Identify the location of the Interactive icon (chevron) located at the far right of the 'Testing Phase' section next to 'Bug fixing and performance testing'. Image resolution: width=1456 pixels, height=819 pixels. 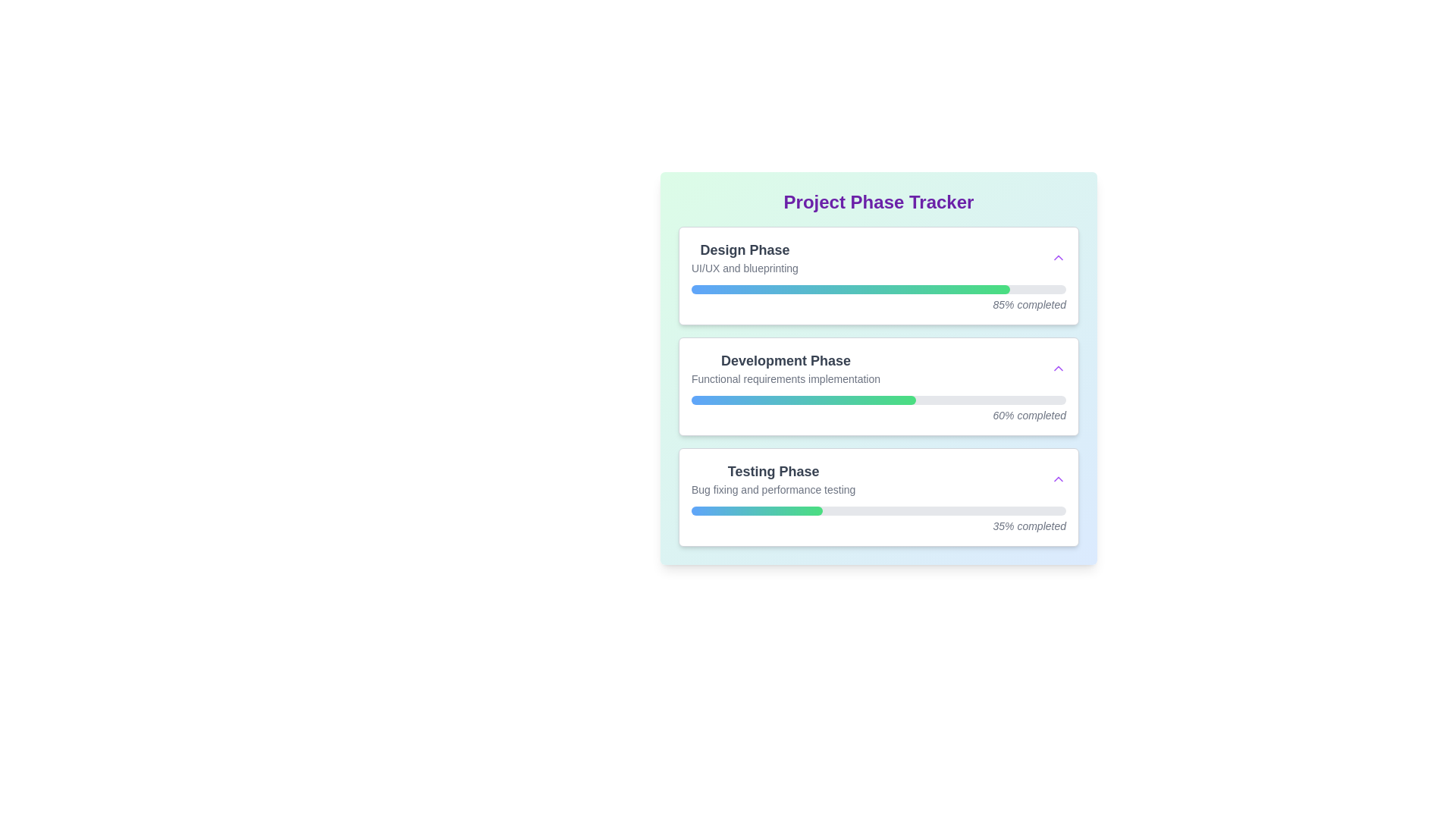
(1058, 479).